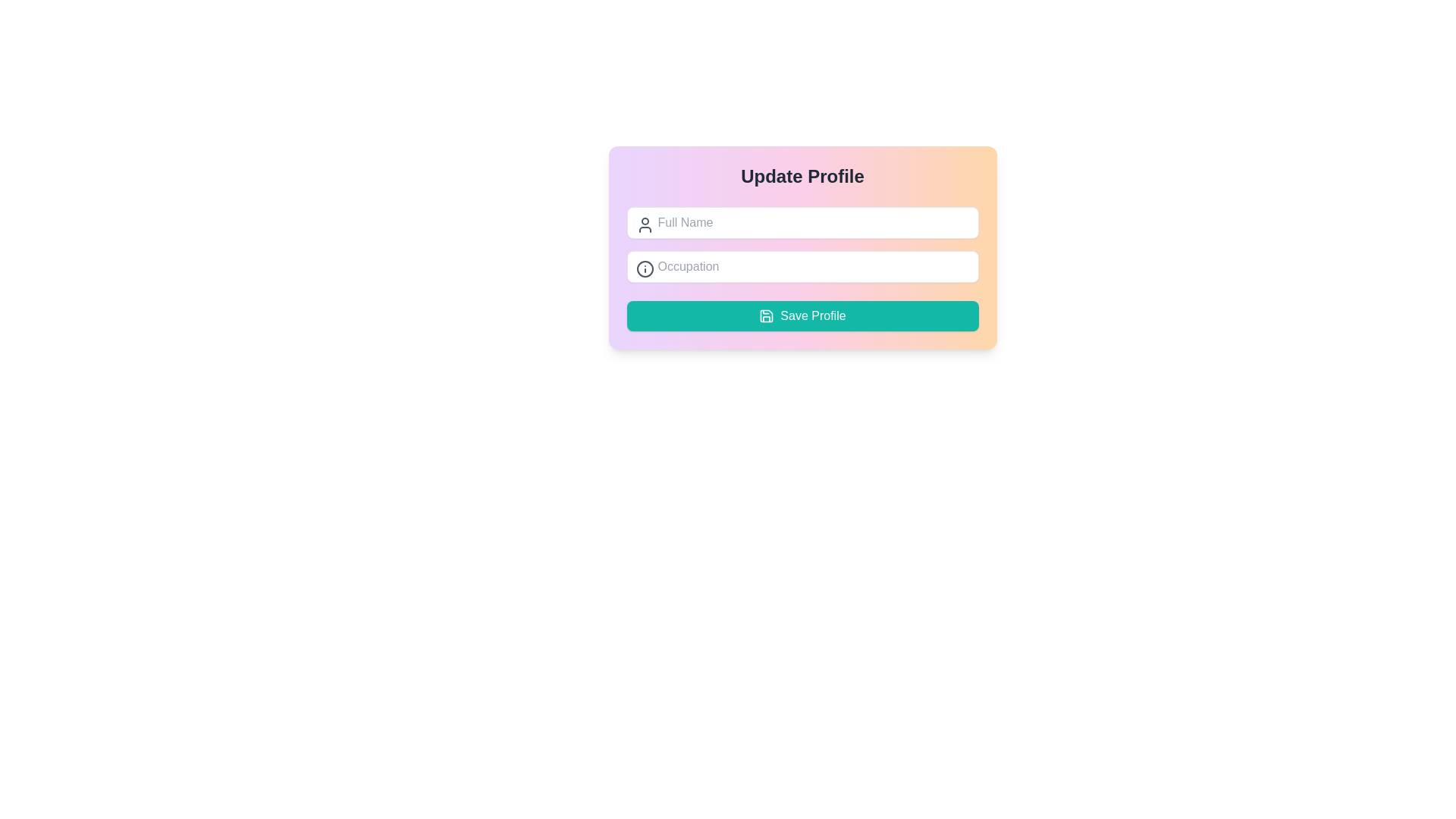  I want to click on the Text Label indicating the purpose of the save button, which is located inside a teal button below the 'Full Name' and 'Occupation' input fields, so click(812, 315).